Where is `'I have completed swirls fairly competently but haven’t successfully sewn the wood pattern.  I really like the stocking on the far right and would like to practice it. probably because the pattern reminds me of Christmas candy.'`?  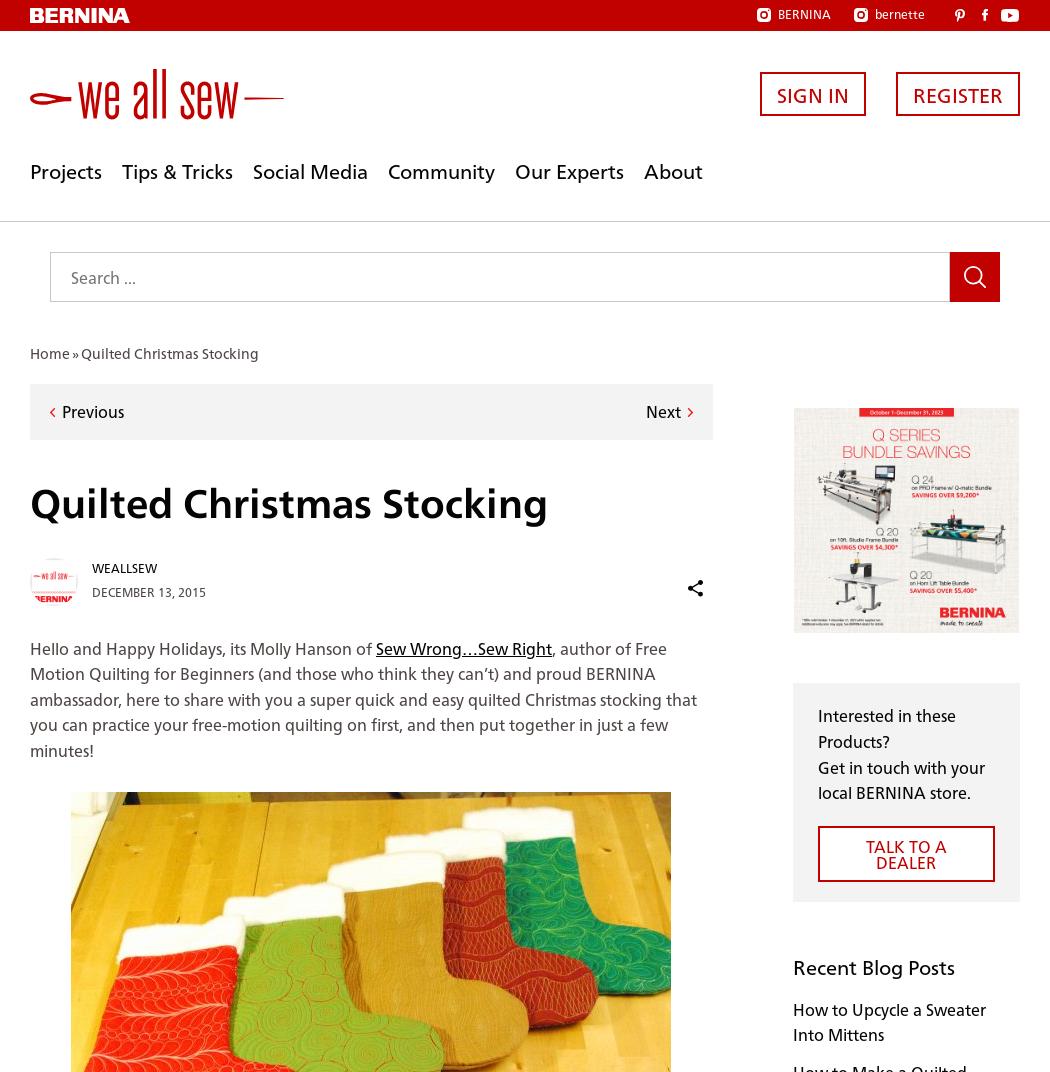
'I have completed swirls fairly competently but haven’t successfully sewn the wood pattern.  I really like the stocking on the far right and would like to practice it. probably because the pattern reminds me of Christmas candy.' is located at coordinates (367, 630).